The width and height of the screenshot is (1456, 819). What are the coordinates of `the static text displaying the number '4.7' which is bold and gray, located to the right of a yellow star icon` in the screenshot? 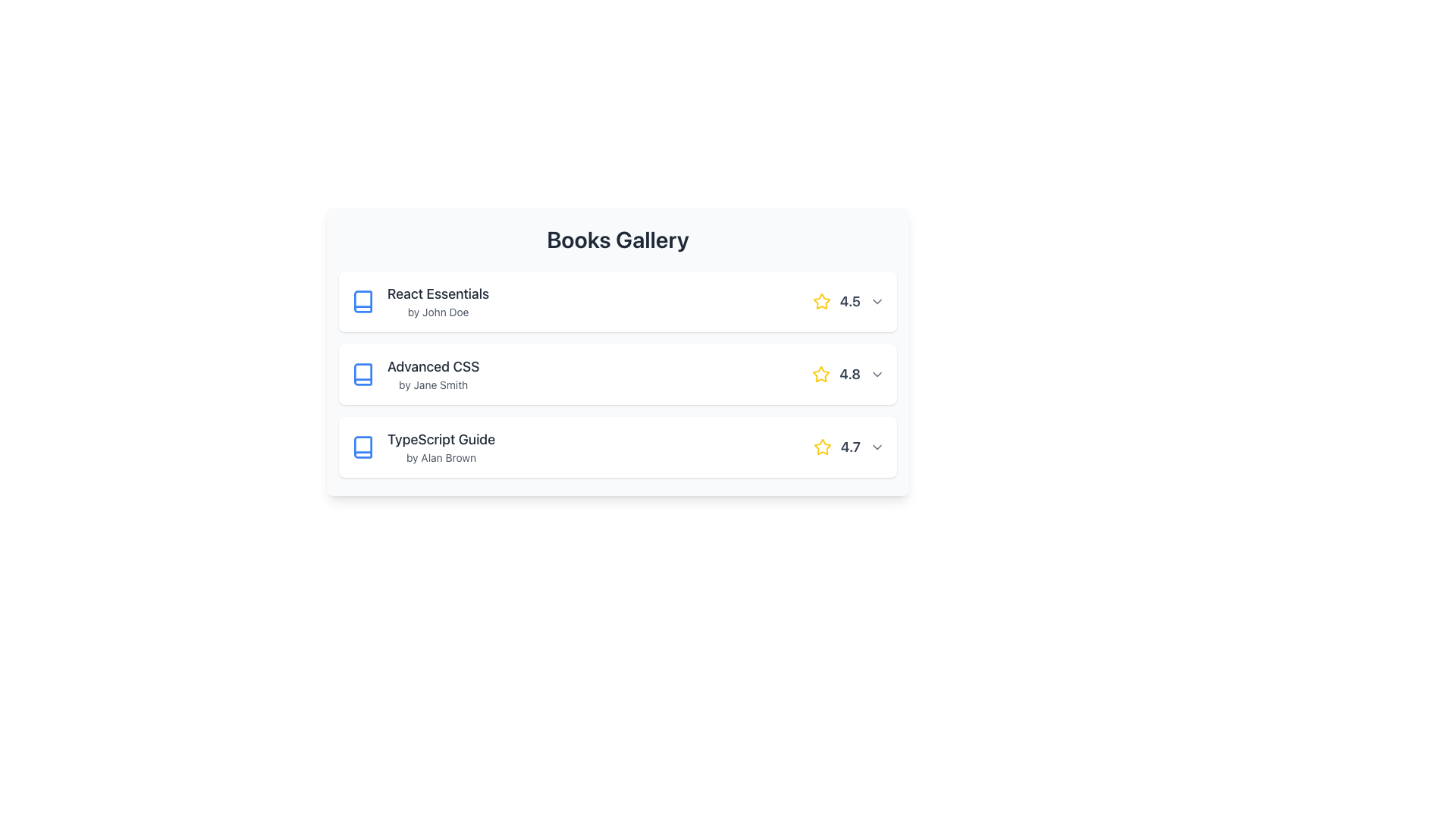 It's located at (850, 447).